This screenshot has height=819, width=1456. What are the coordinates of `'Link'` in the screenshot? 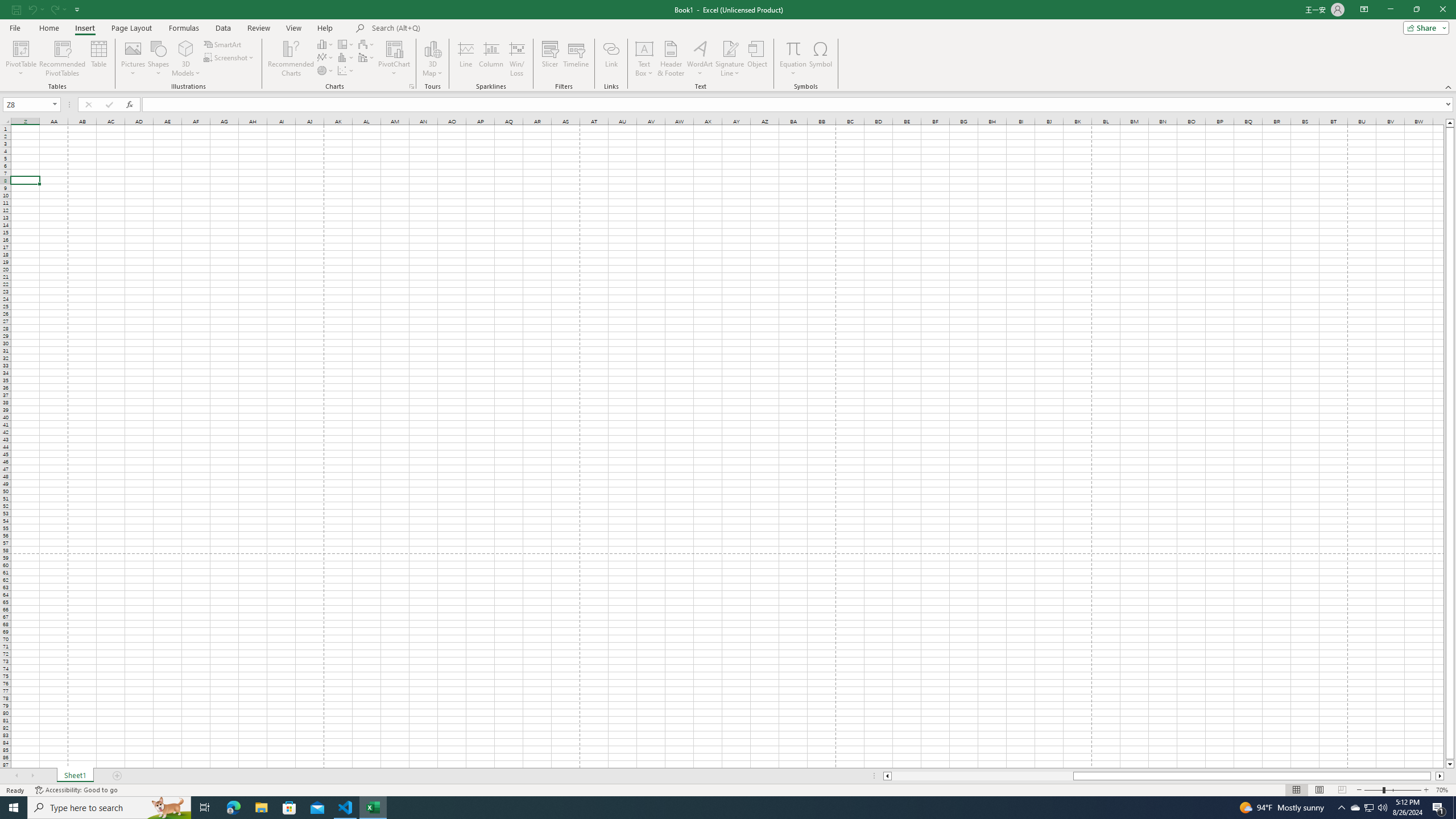 It's located at (611, 59).